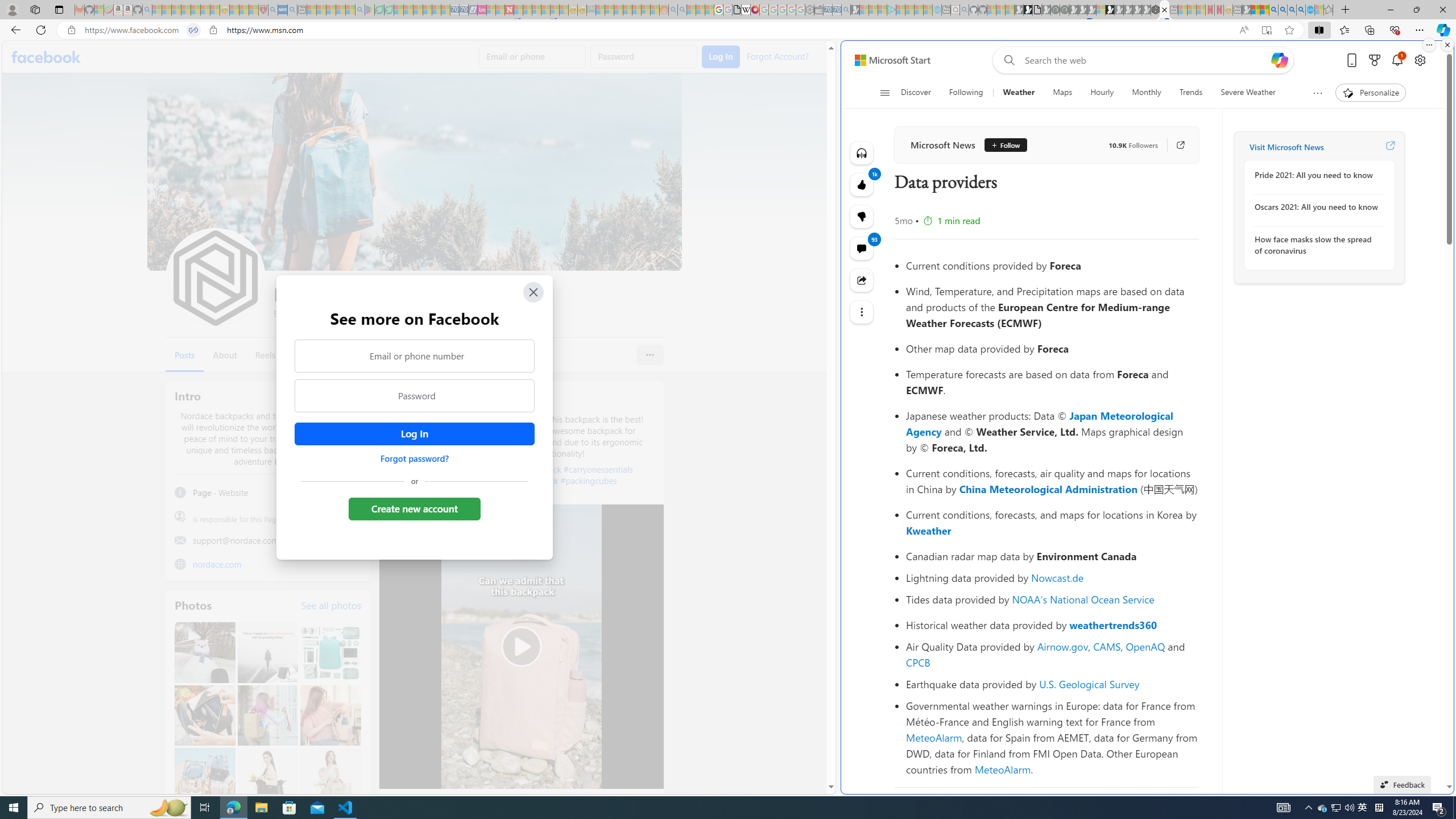 The height and width of the screenshot is (819, 1456). Describe the element at coordinates (1247, 92) in the screenshot. I see `'Severe Weather'` at that location.